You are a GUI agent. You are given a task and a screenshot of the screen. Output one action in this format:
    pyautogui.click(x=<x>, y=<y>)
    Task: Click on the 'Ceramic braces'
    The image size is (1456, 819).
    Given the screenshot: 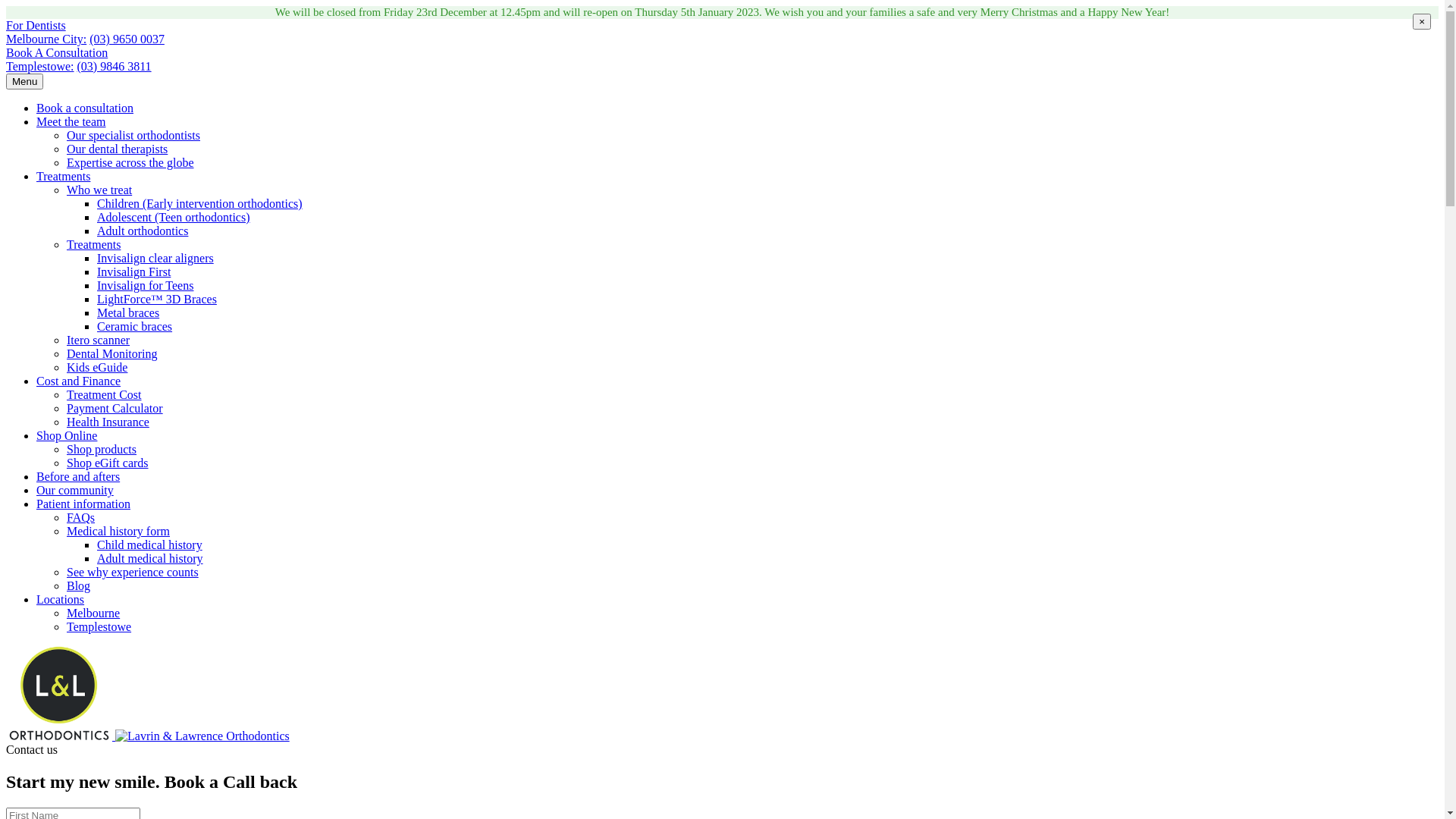 What is the action you would take?
    pyautogui.click(x=134, y=325)
    